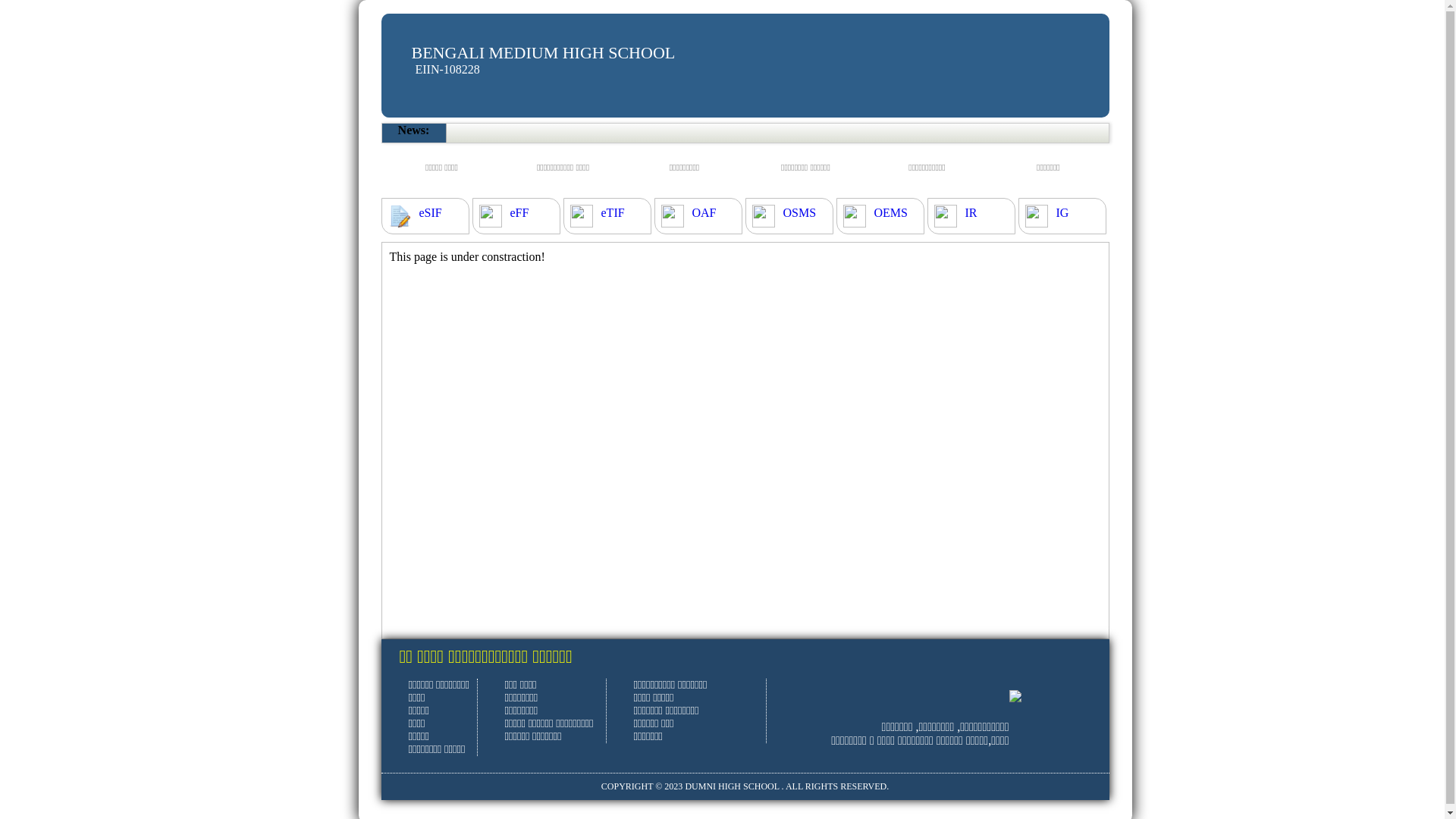 The width and height of the screenshot is (1456, 819). I want to click on 'OEMS', so click(890, 213).